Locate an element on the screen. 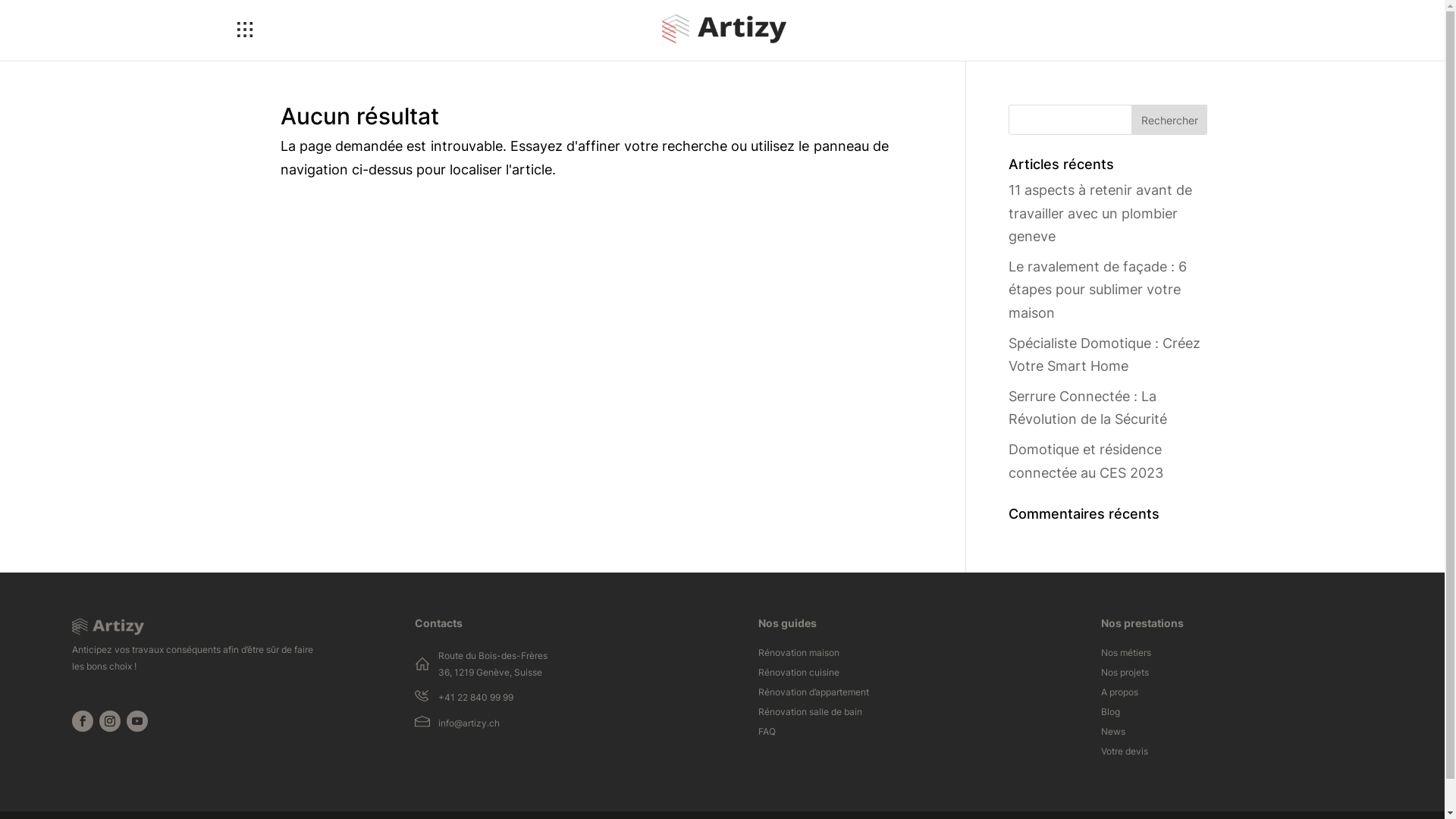 This screenshot has width=1456, height=819. 'FAQ' is located at coordinates (767, 733).